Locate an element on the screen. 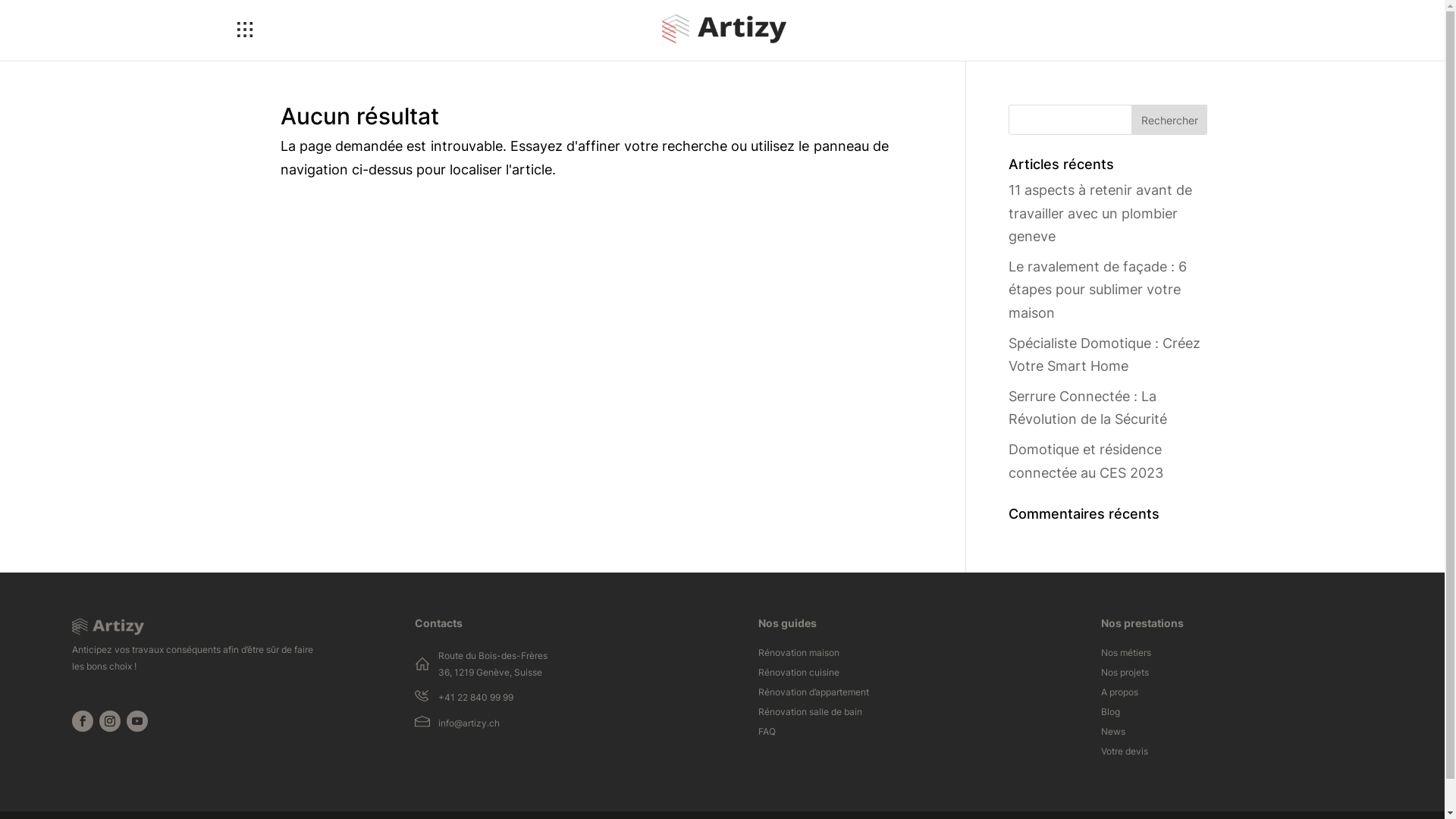 This screenshot has width=1456, height=819. 'FAQ' is located at coordinates (767, 733).